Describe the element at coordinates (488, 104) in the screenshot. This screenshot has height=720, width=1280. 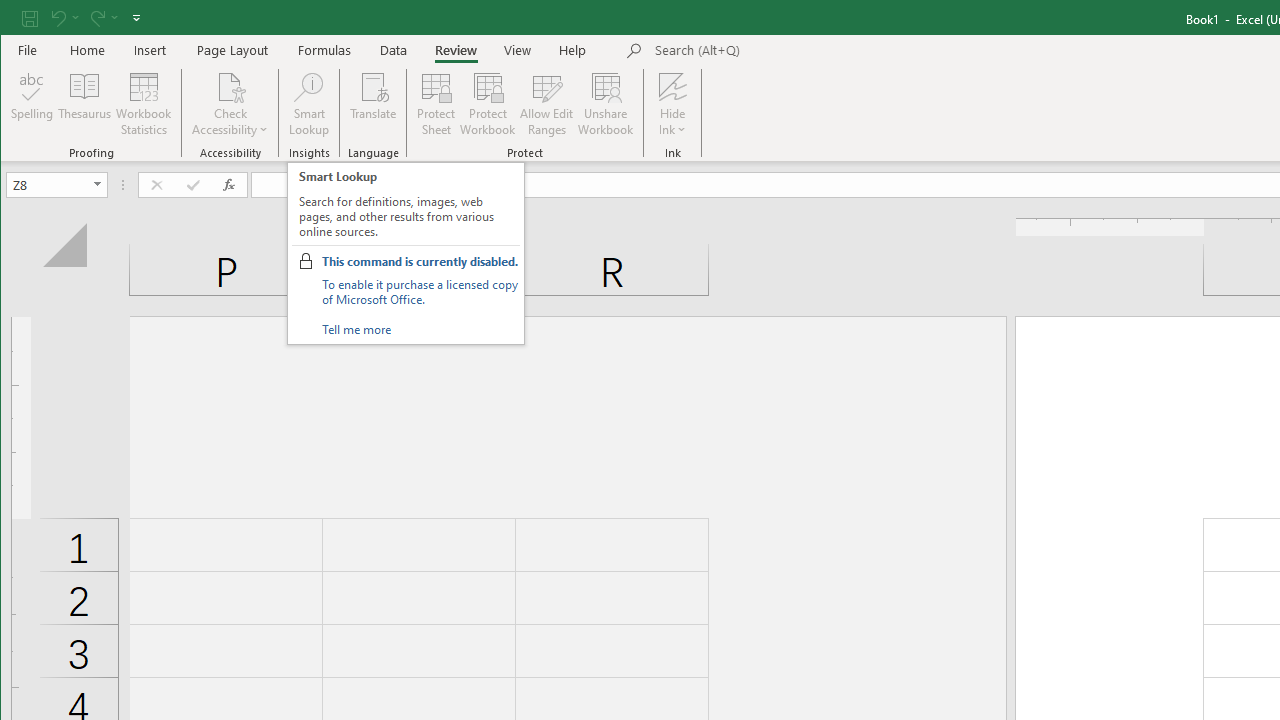
I see `'Protect Workbook...'` at that location.